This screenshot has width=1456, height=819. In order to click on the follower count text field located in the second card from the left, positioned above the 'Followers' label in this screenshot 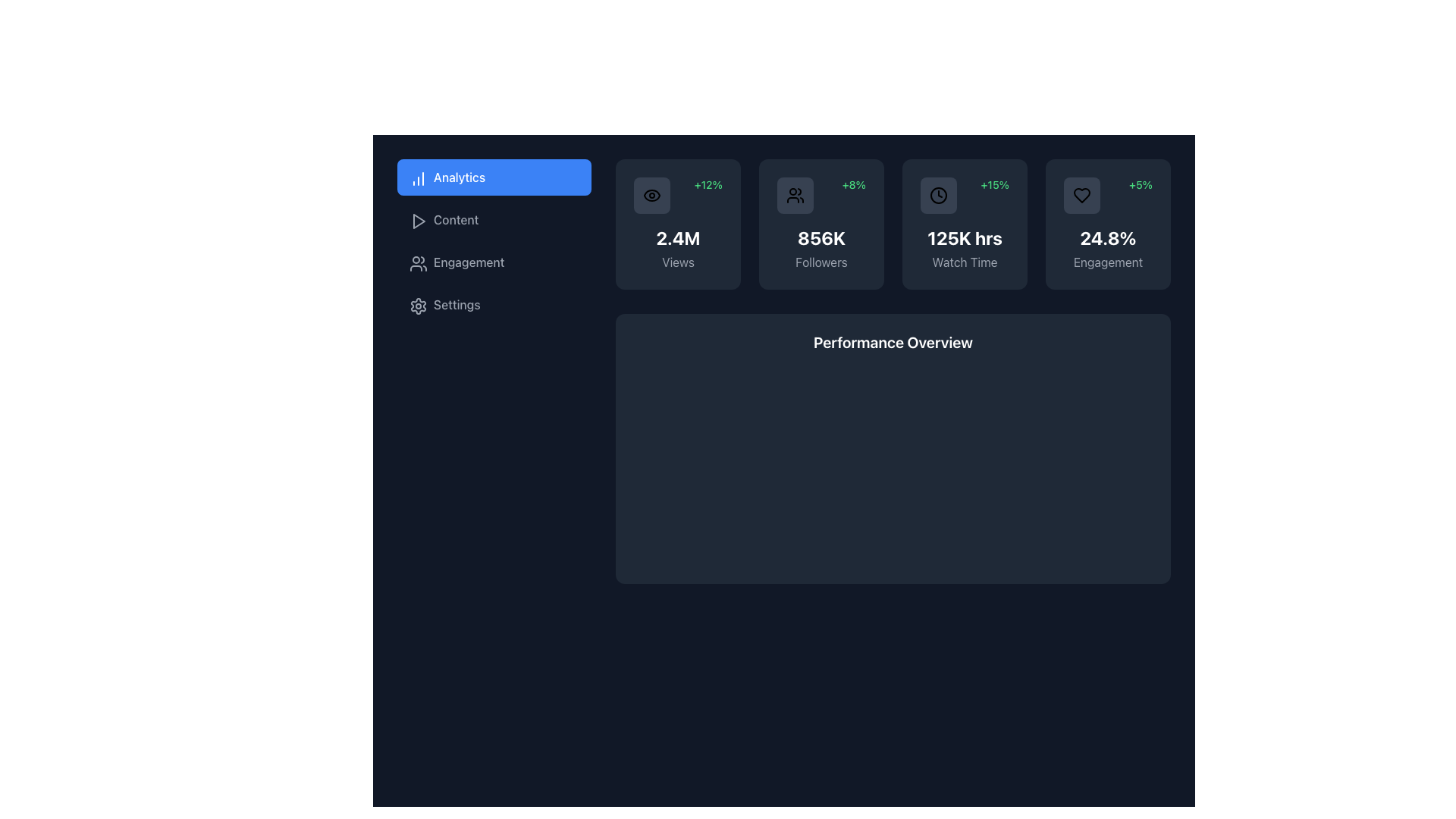, I will do `click(821, 237)`.